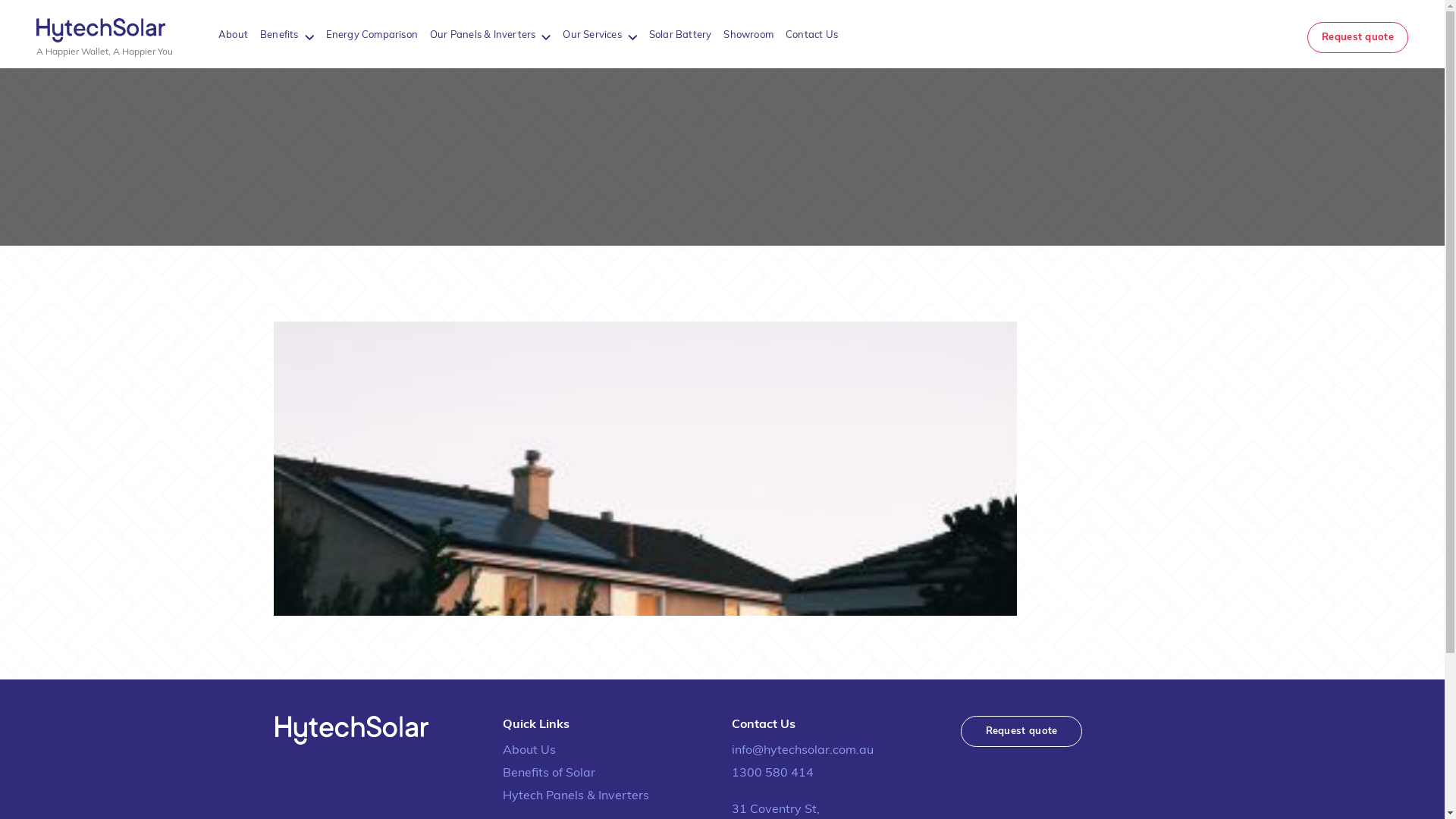 This screenshot has height=819, width=1456. I want to click on 'Benefits', so click(279, 34).